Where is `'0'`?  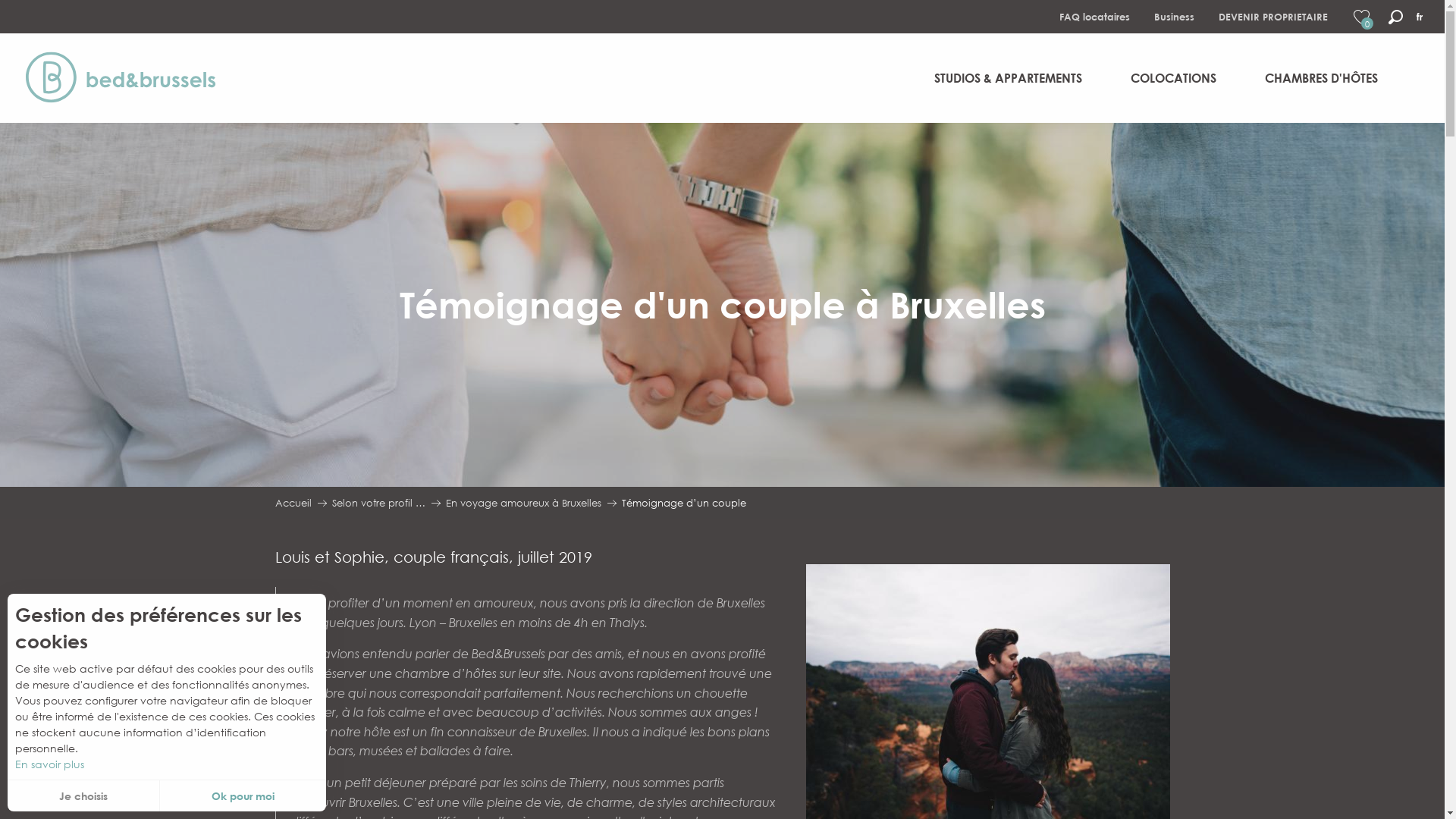 '0' is located at coordinates (1362, 17).